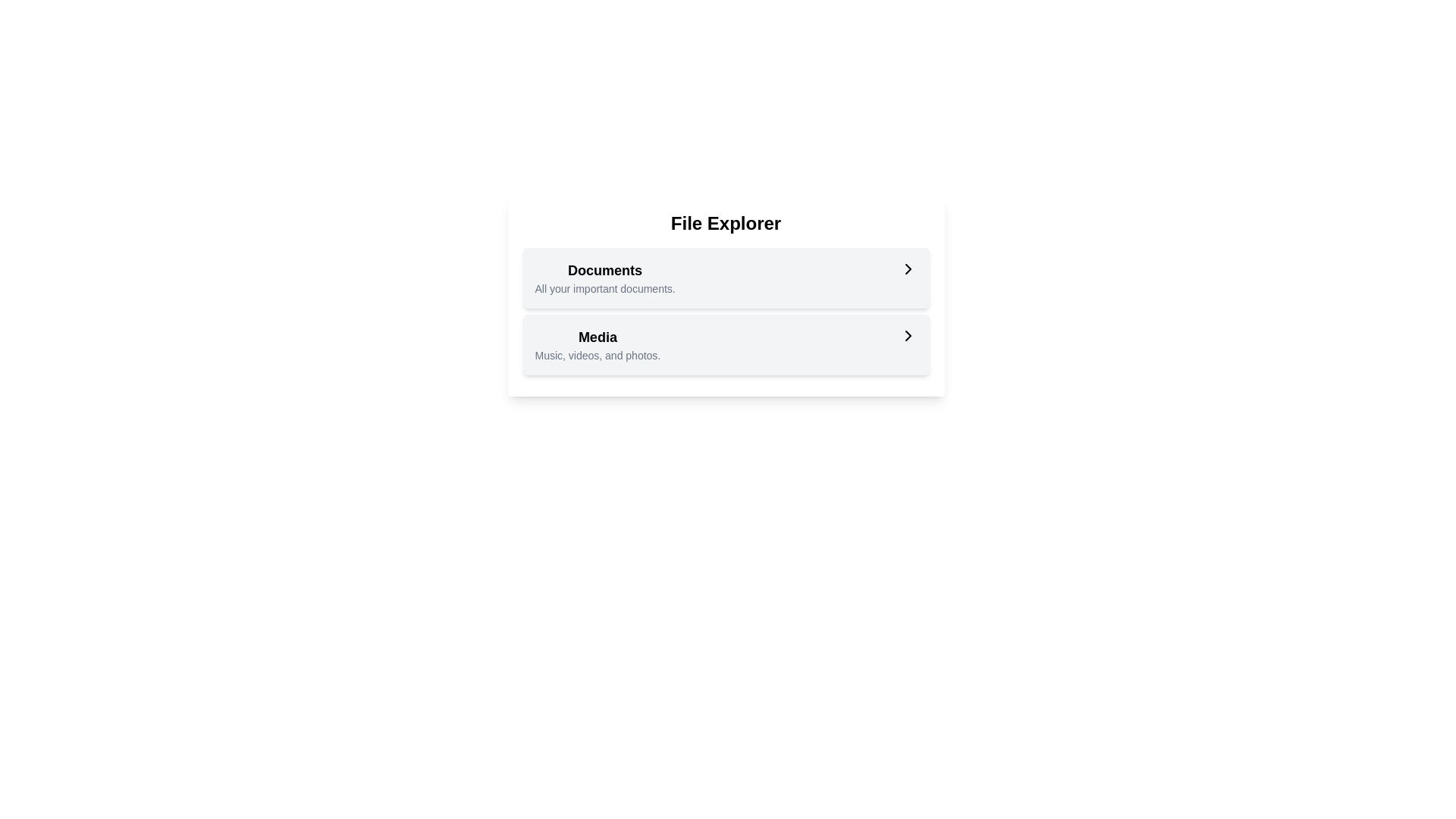 The height and width of the screenshot is (819, 1456). What do you see at coordinates (597, 345) in the screenshot?
I see `the selectable option for the media-related section, located below the 'Documents' section` at bounding box center [597, 345].